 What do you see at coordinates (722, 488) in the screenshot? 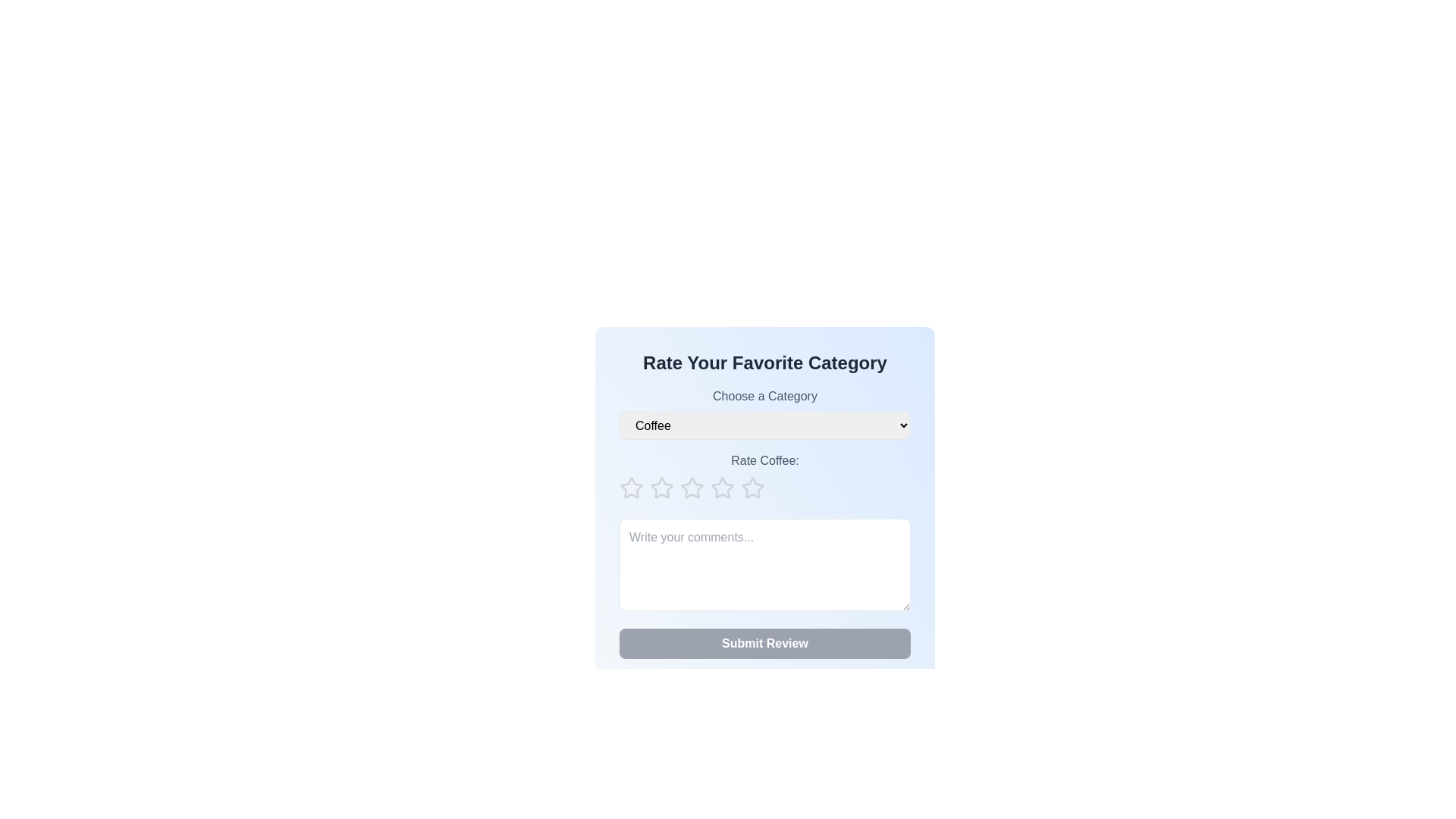
I see `the second hollow star icon in the rating section` at bounding box center [722, 488].